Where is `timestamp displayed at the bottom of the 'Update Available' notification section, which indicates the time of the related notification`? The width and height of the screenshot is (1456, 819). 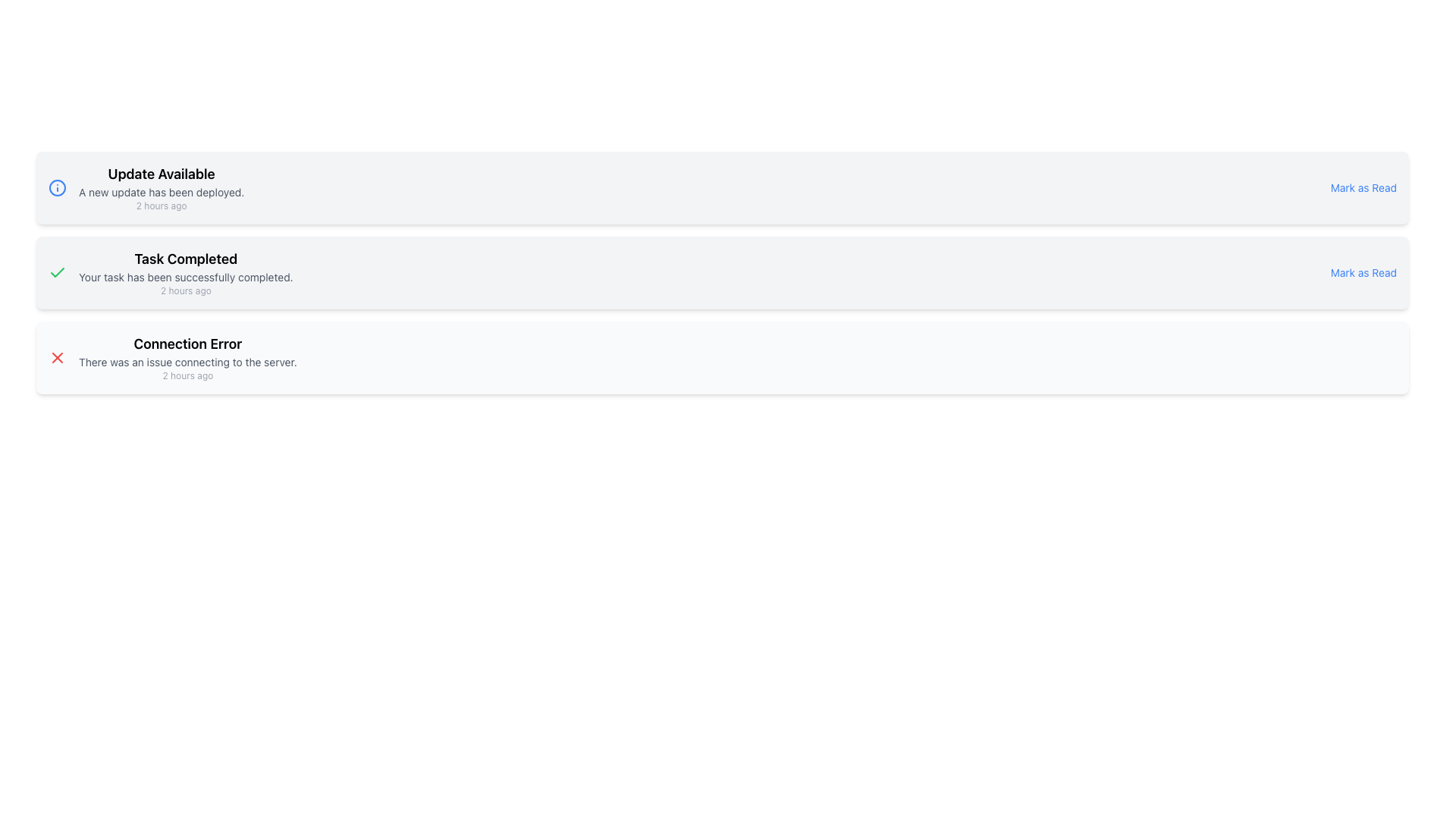
timestamp displayed at the bottom of the 'Update Available' notification section, which indicates the time of the related notification is located at coordinates (162, 206).